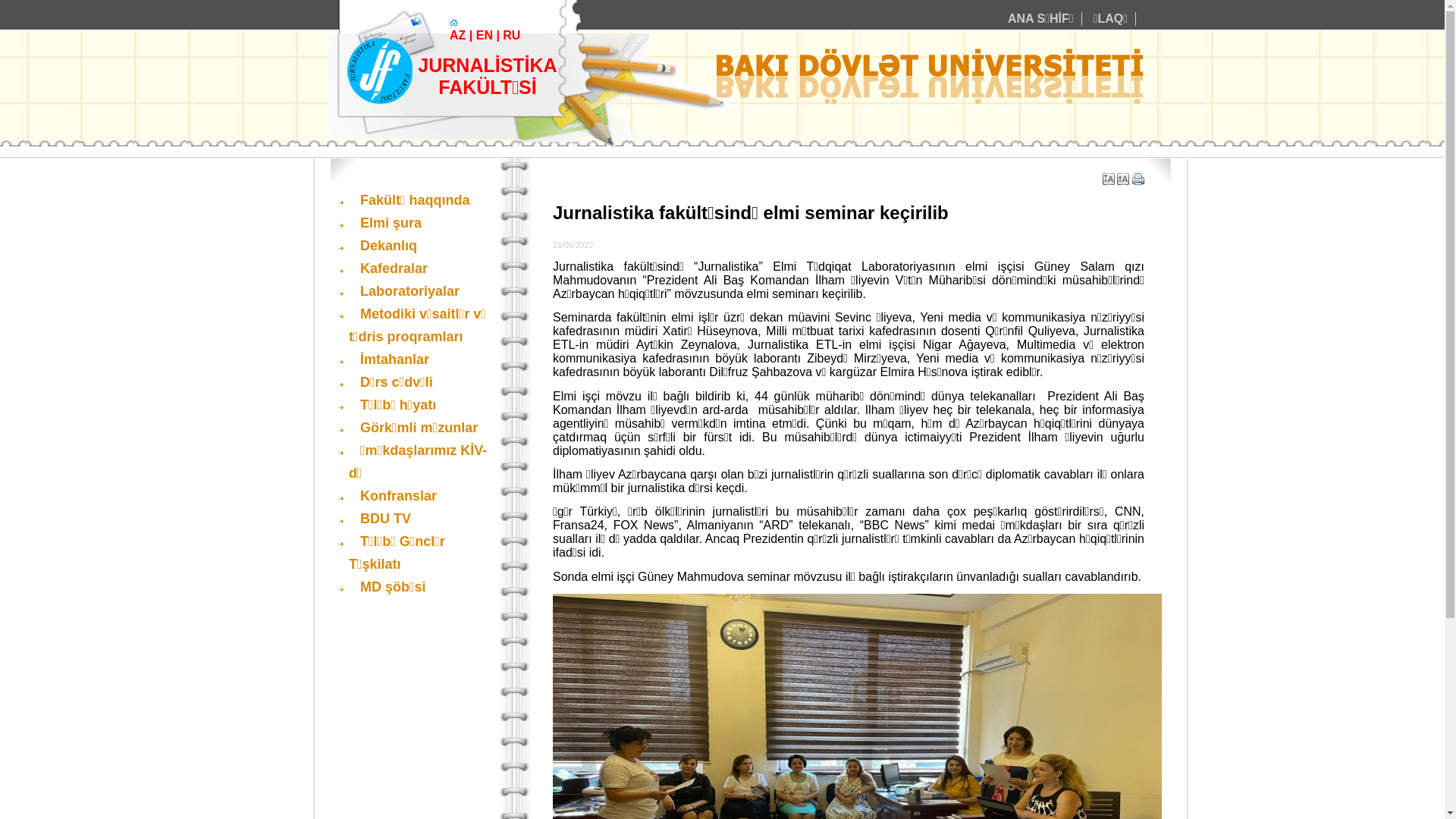 The image size is (1456, 819). What do you see at coordinates (393, 496) in the screenshot?
I see `'Konfranslar'` at bounding box center [393, 496].